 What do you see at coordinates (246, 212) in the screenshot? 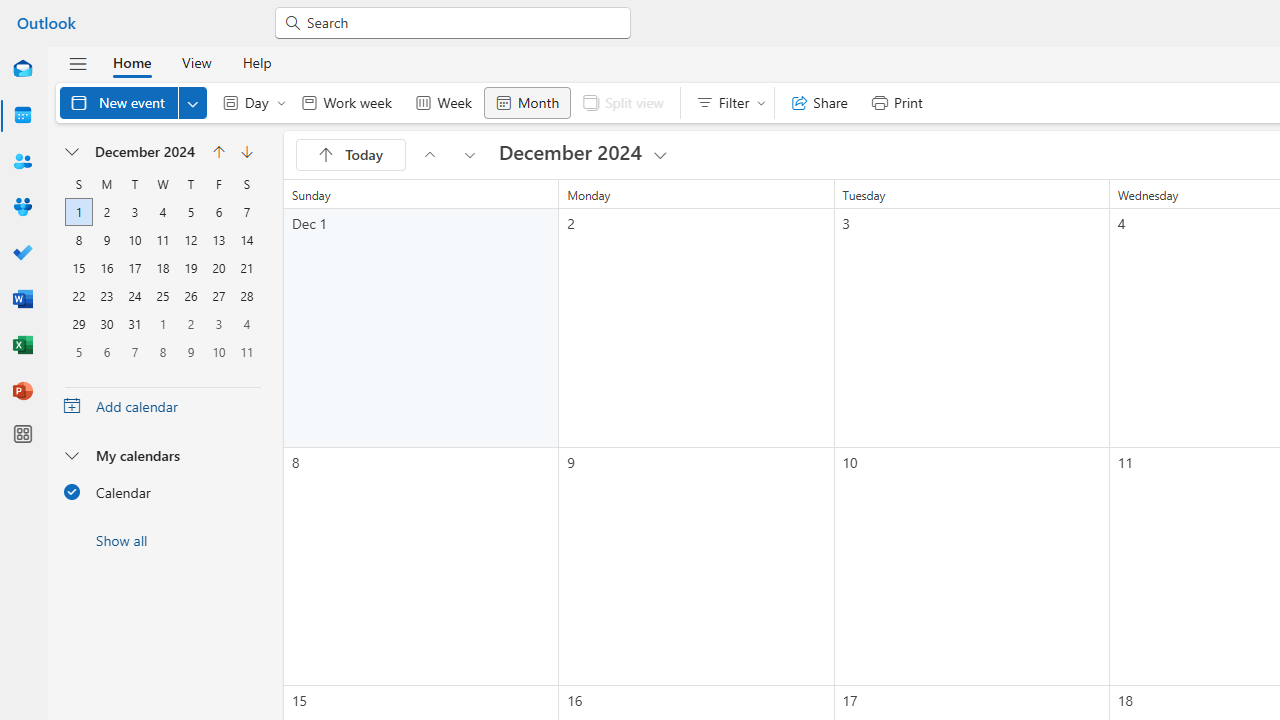
I see `'7, December, 2024'` at bounding box center [246, 212].